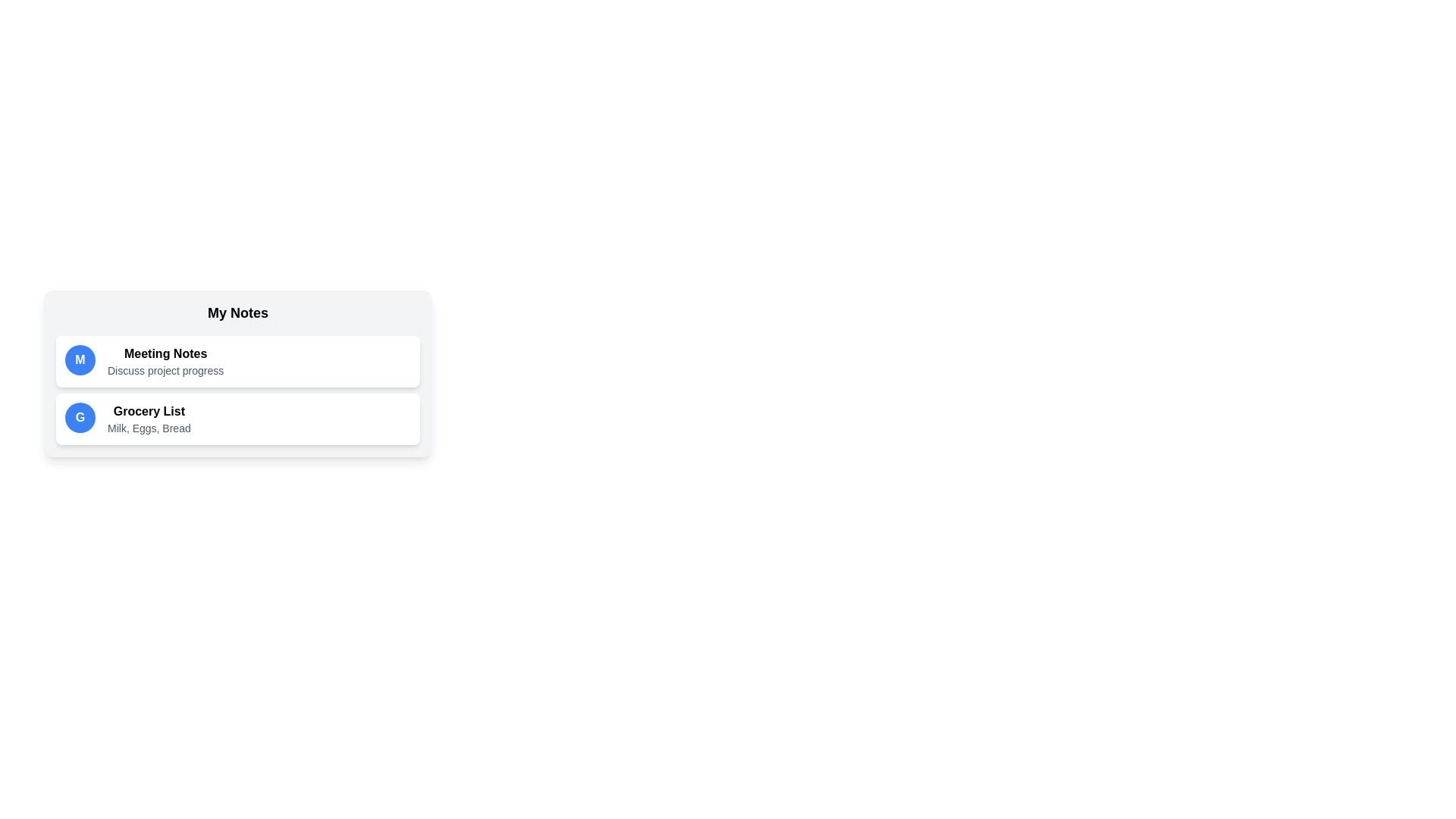  Describe the element at coordinates (79, 418) in the screenshot. I see `the icon corresponding to Grocery List to display additional information` at that location.